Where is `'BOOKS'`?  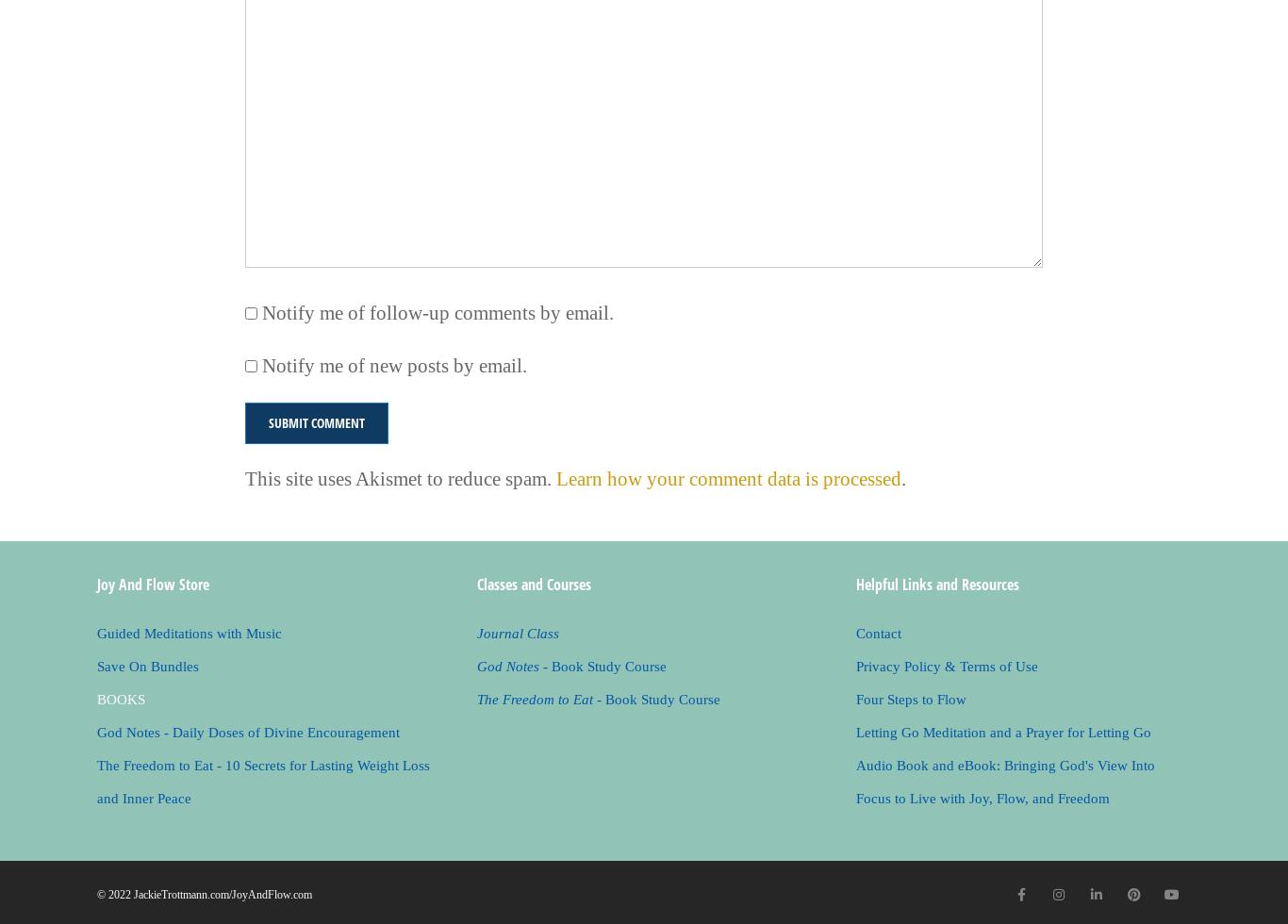
'BOOKS' is located at coordinates (96, 699).